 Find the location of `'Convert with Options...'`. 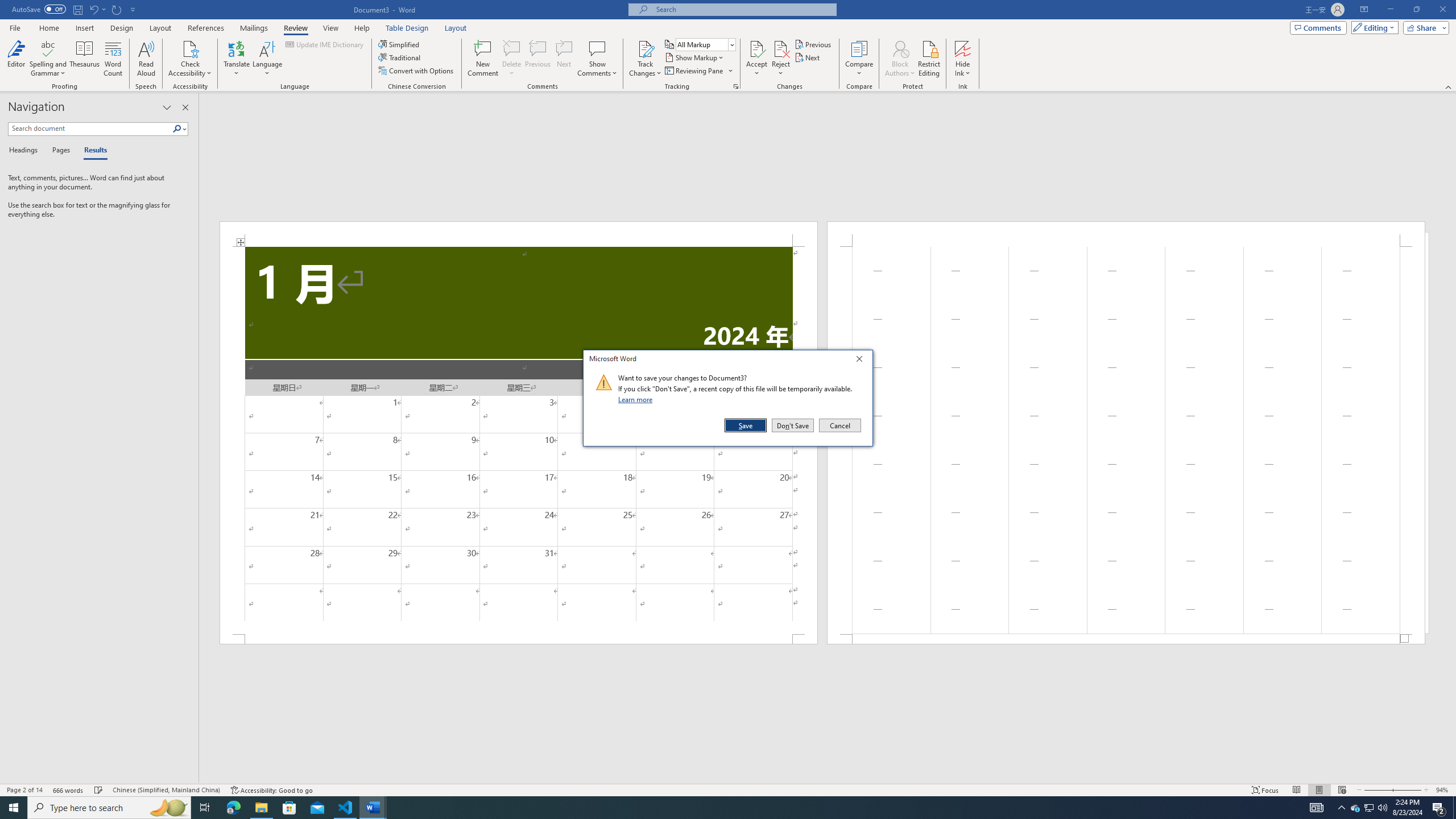

'Convert with Options...' is located at coordinates (417, 69).